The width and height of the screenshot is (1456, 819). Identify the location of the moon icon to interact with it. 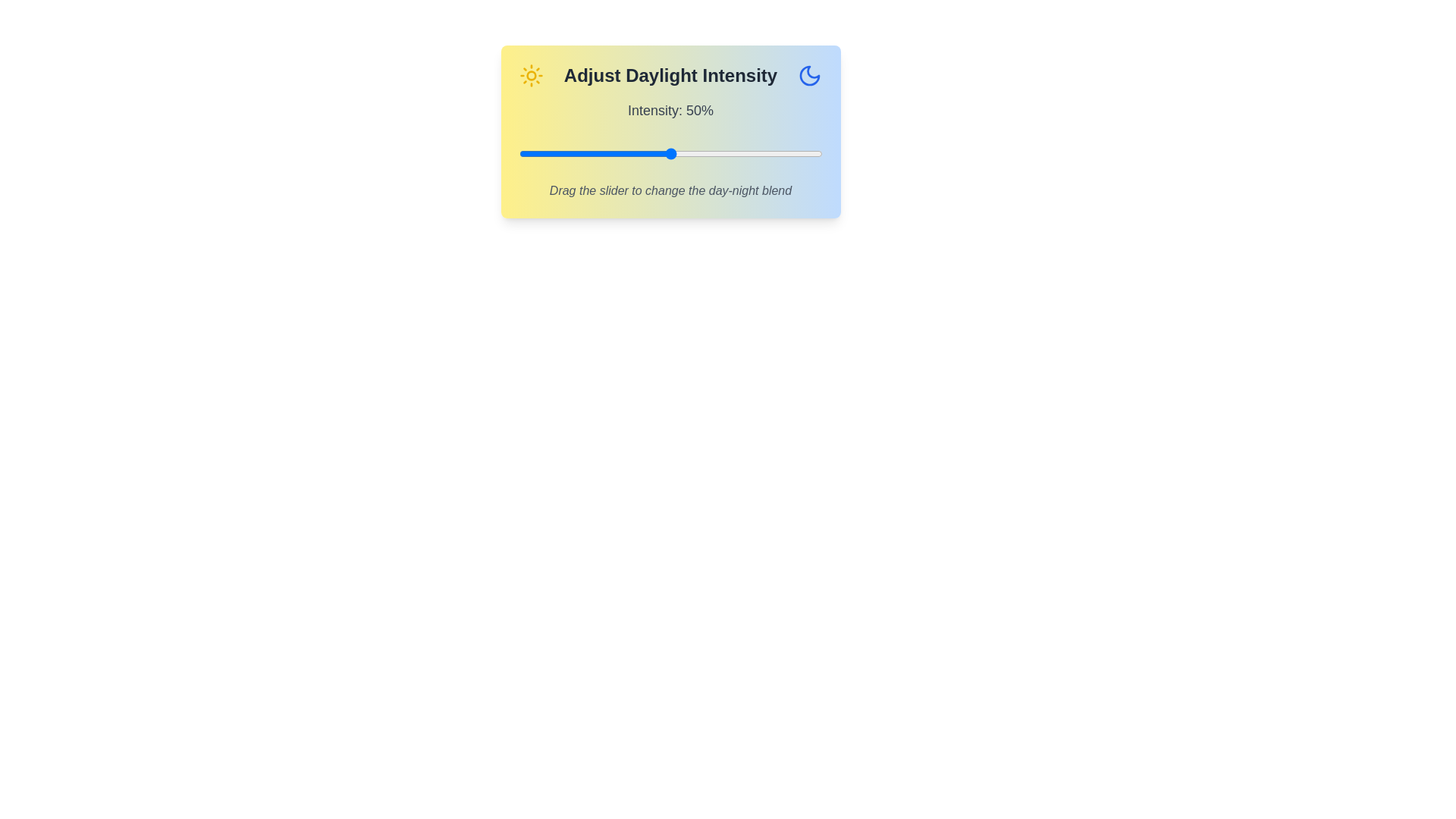
(809, 76).